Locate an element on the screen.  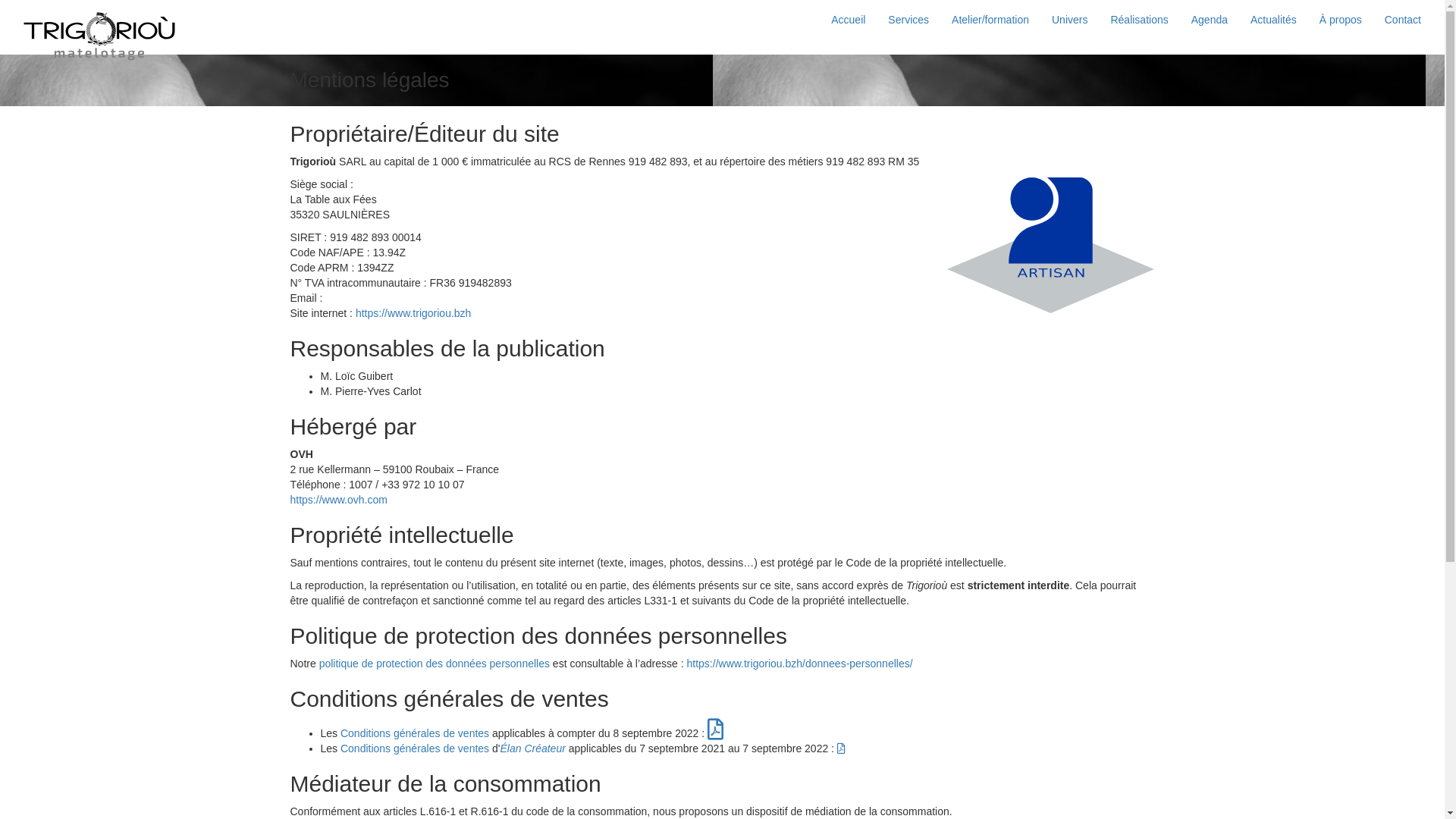
'Services' is located at coordinates (908, 20).